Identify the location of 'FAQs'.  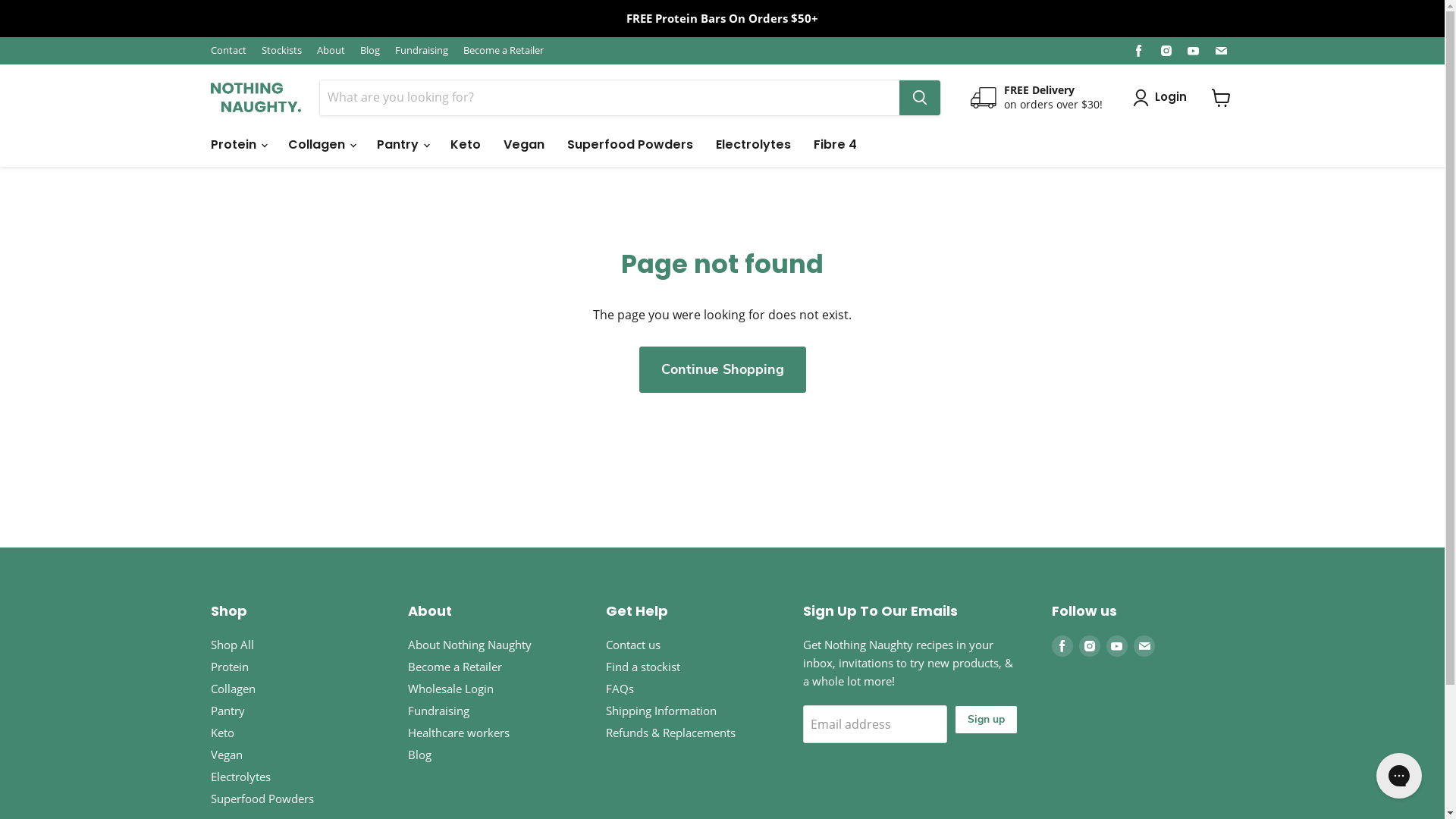
(619, 688).